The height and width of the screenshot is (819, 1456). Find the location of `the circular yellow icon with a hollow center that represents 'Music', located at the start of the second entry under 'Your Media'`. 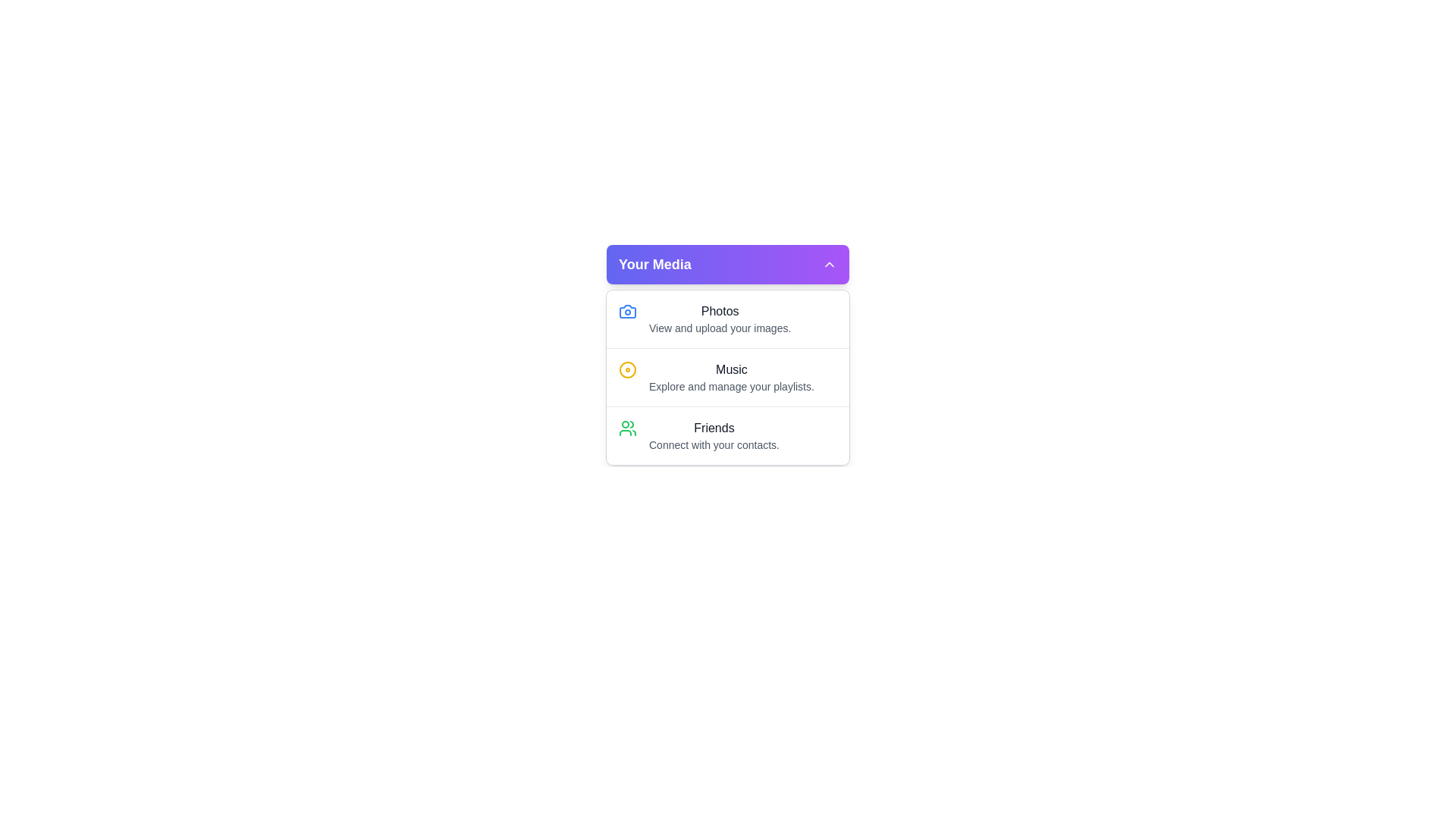

the circular yellow icon with a hollow center that represents 'Music', located at the start of the second entry under 'Your Media' is located at coordinates (628, 370).